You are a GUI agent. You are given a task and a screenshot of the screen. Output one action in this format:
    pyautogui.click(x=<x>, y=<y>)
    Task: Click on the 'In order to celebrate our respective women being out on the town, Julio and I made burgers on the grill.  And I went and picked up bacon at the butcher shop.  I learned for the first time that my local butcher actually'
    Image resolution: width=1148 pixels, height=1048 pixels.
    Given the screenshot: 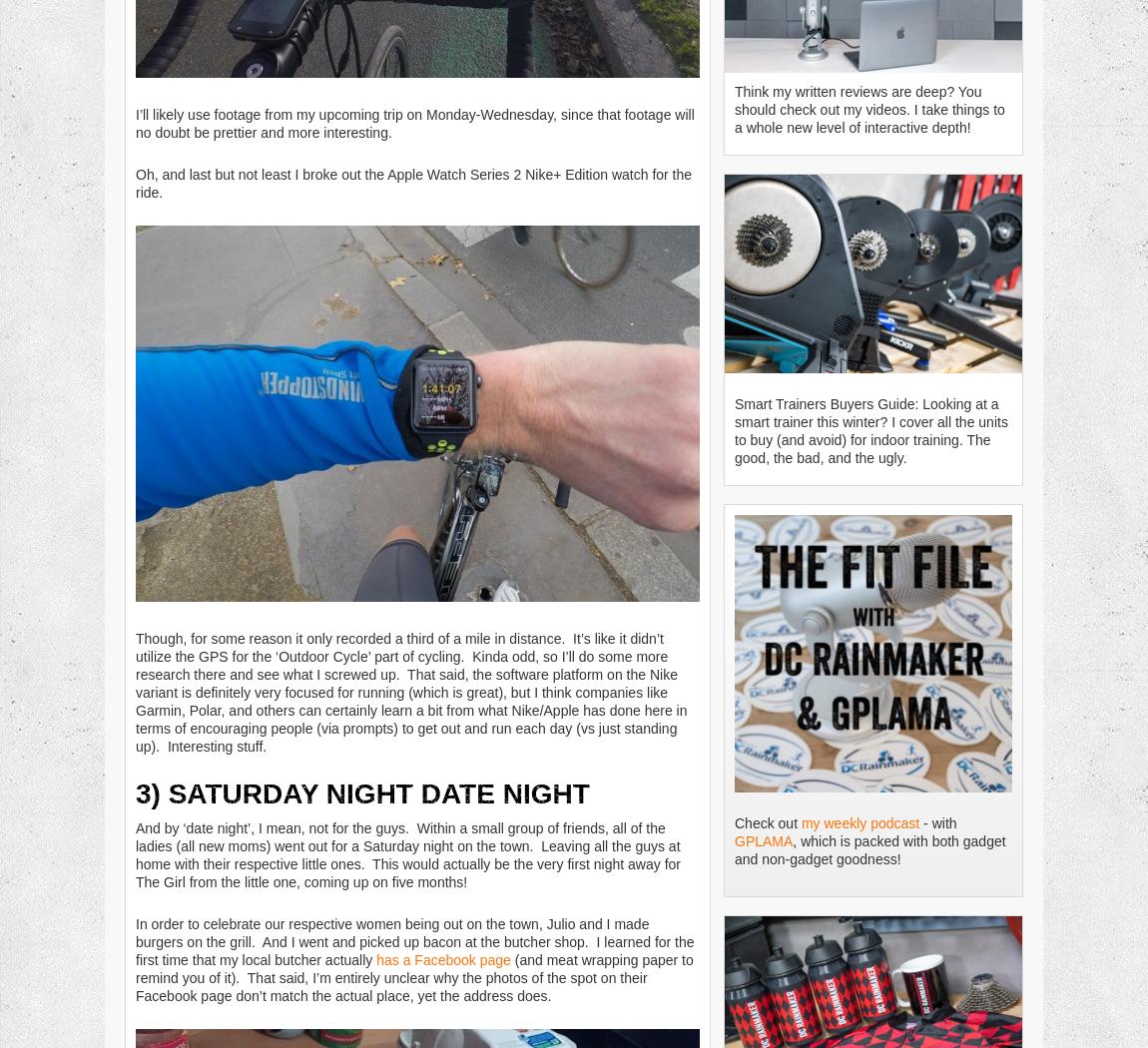 What is the action you would take?
    pyautogui.click(x=414, y=940)
    